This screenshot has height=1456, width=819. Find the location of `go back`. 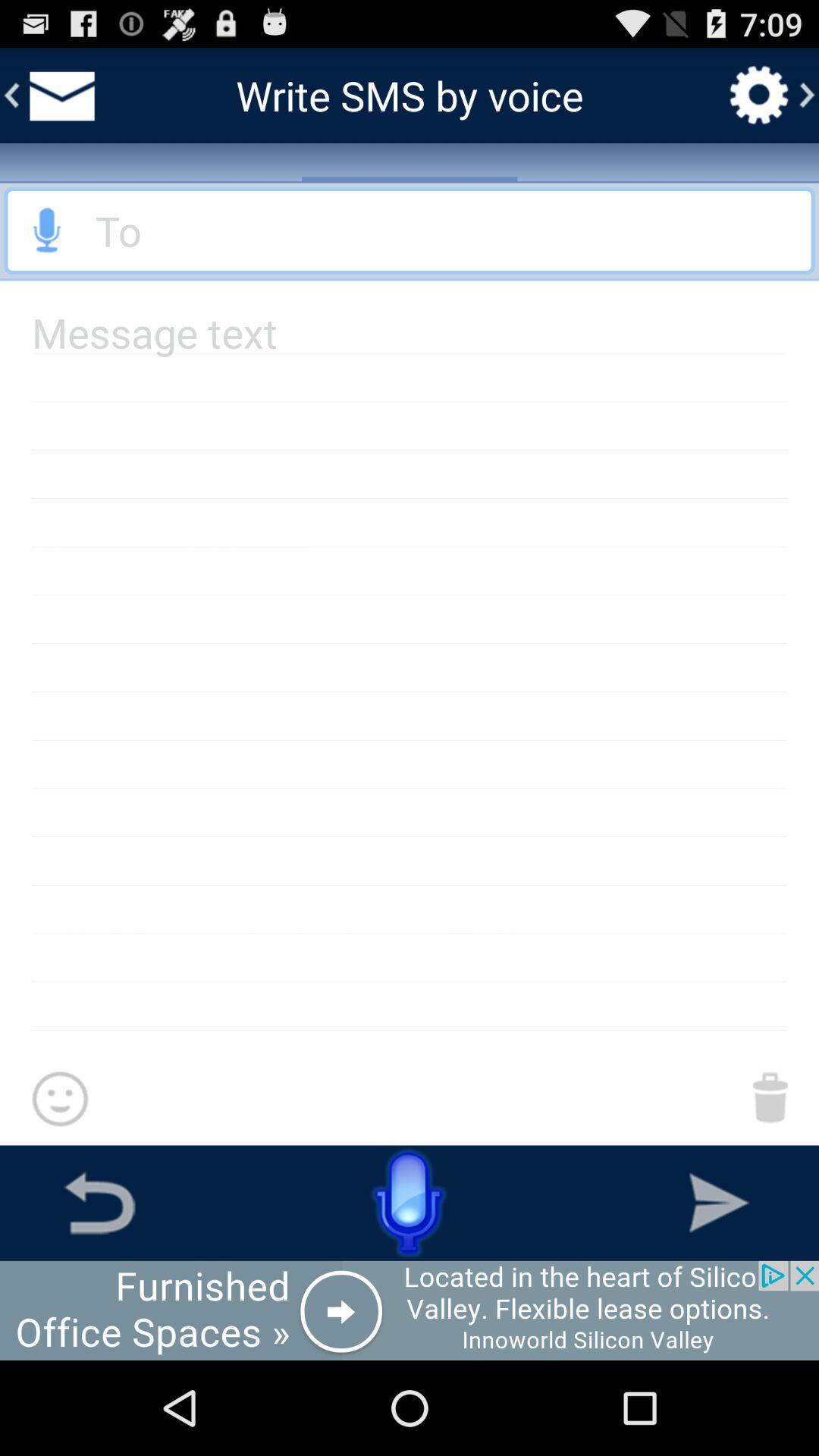

go back is located at coordinates (99, 1202).